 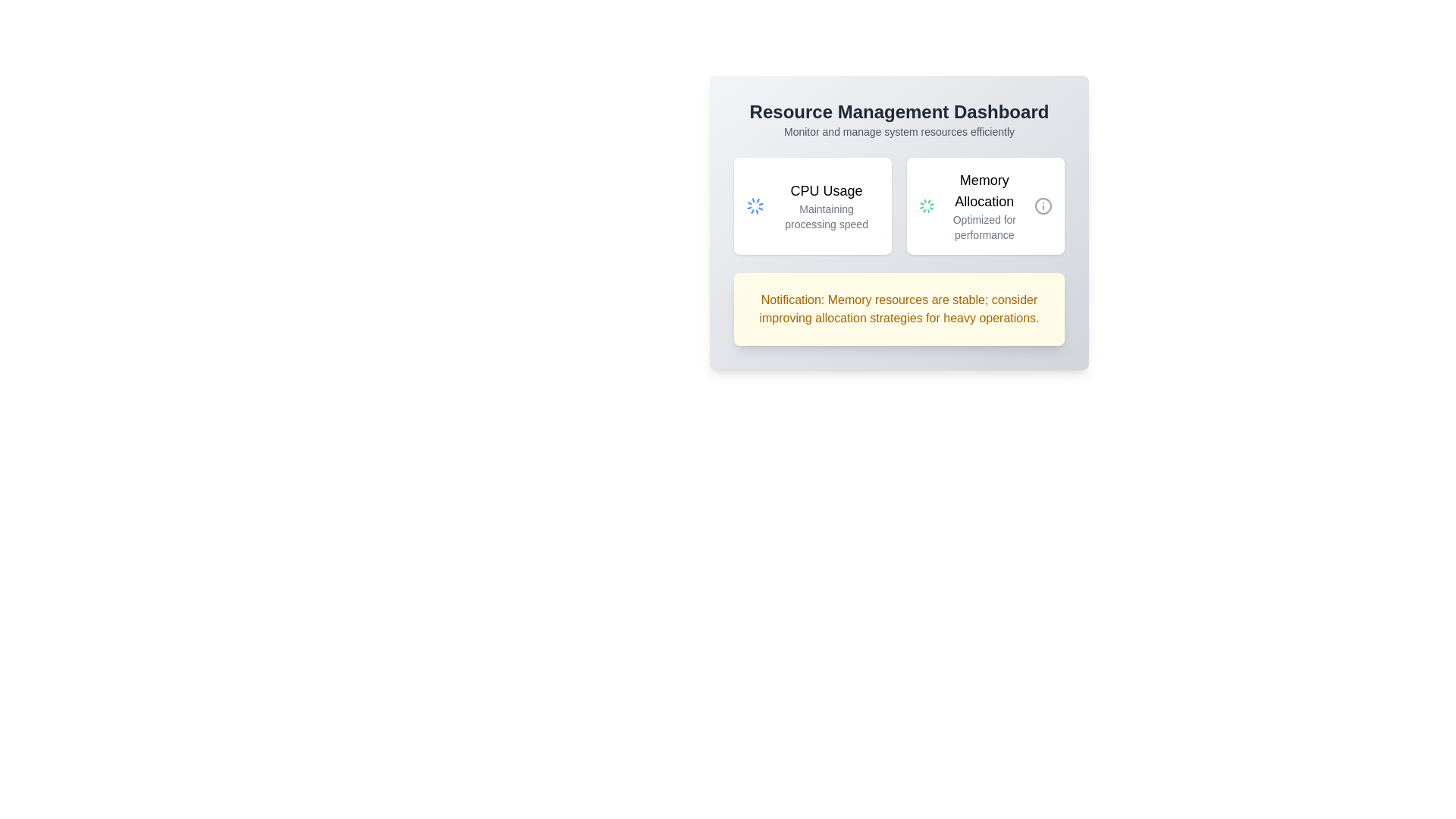 I want to click on the circular shape of the 'info' icon located at the top-right corner of the 'Memory Allocation' section within the resource management dashboard, so click(x=1043, y=206).